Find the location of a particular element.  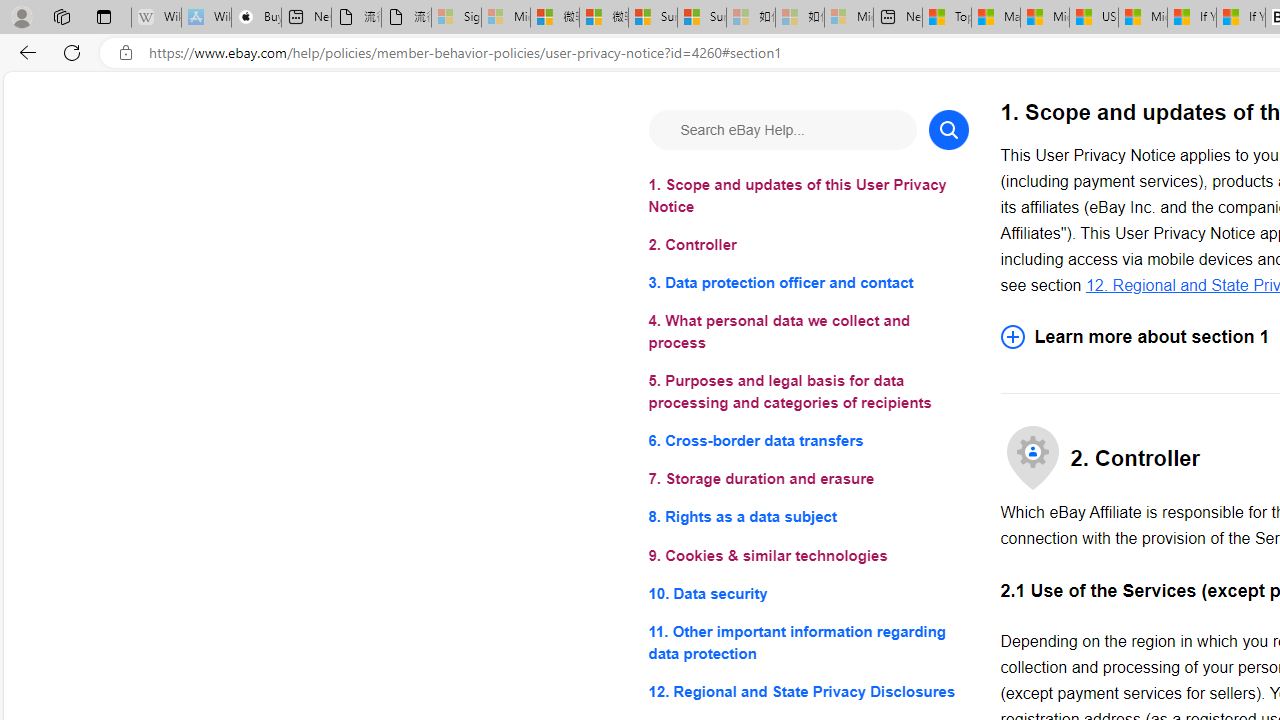

'3. Data protection officer and contact' is located at coordinates (808, 283).